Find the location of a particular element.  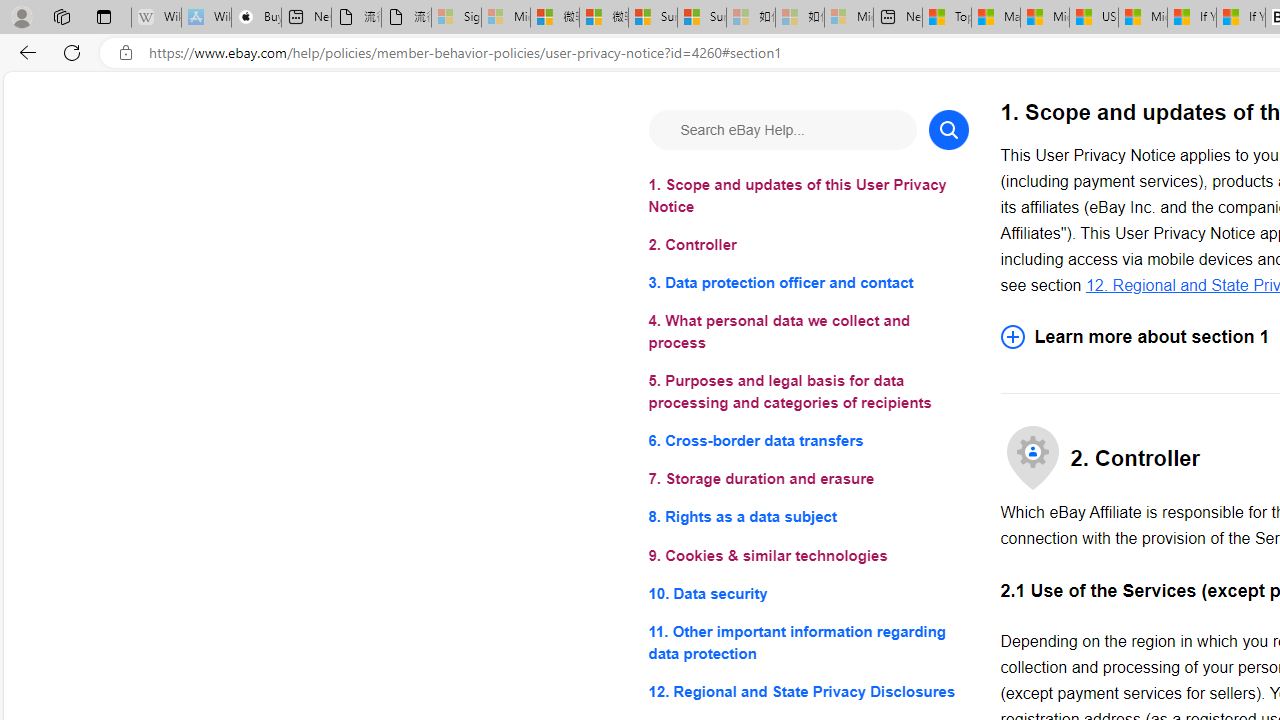

'3. Data protection officer and contact' is located at coordinates (808, 283).